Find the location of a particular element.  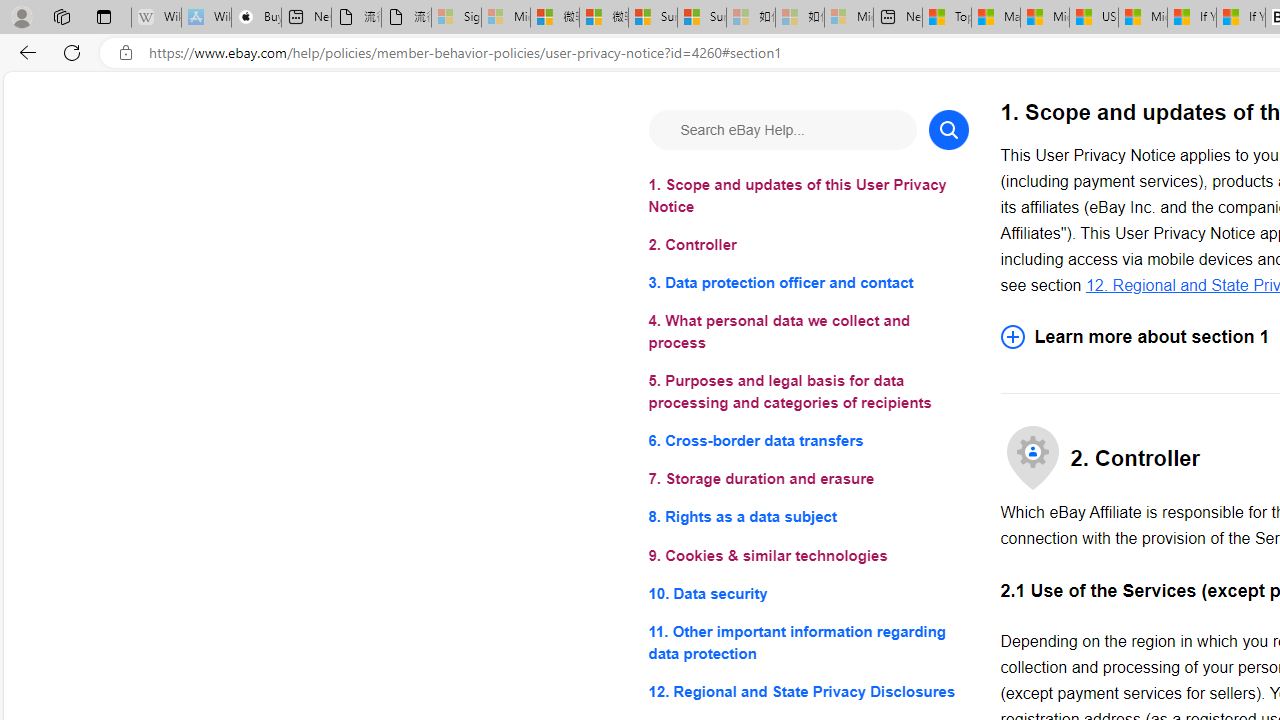

'3. Data protection officer and contact' is located at coordinates (808, 283).